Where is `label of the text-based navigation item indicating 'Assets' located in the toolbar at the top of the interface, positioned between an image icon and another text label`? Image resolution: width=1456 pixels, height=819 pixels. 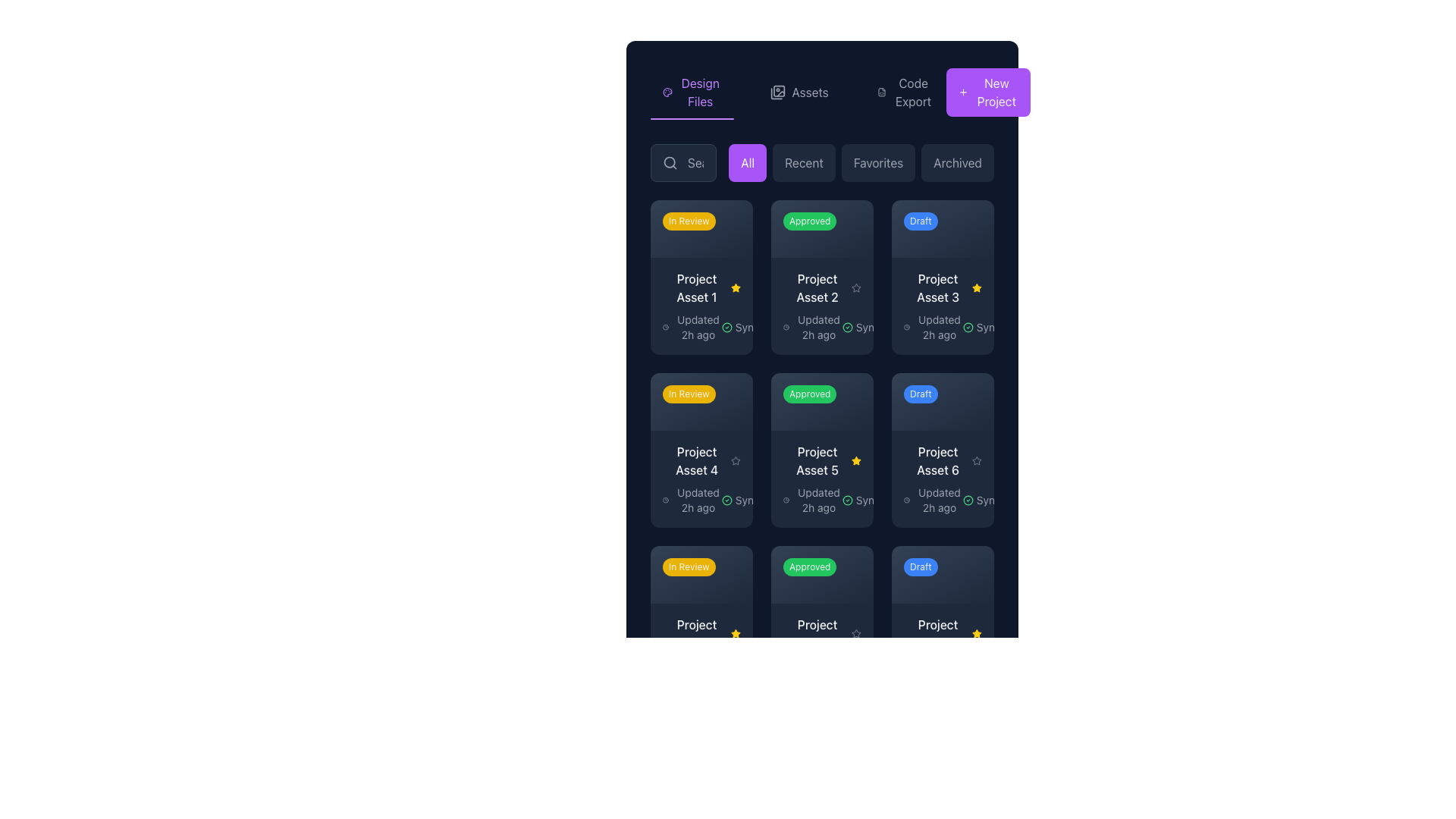
label of the text-based navigation item indicating 'Assets' located in the toolbar at the top of the interface, positioned between an image icon and another text label is located at coordinates (809, 93).